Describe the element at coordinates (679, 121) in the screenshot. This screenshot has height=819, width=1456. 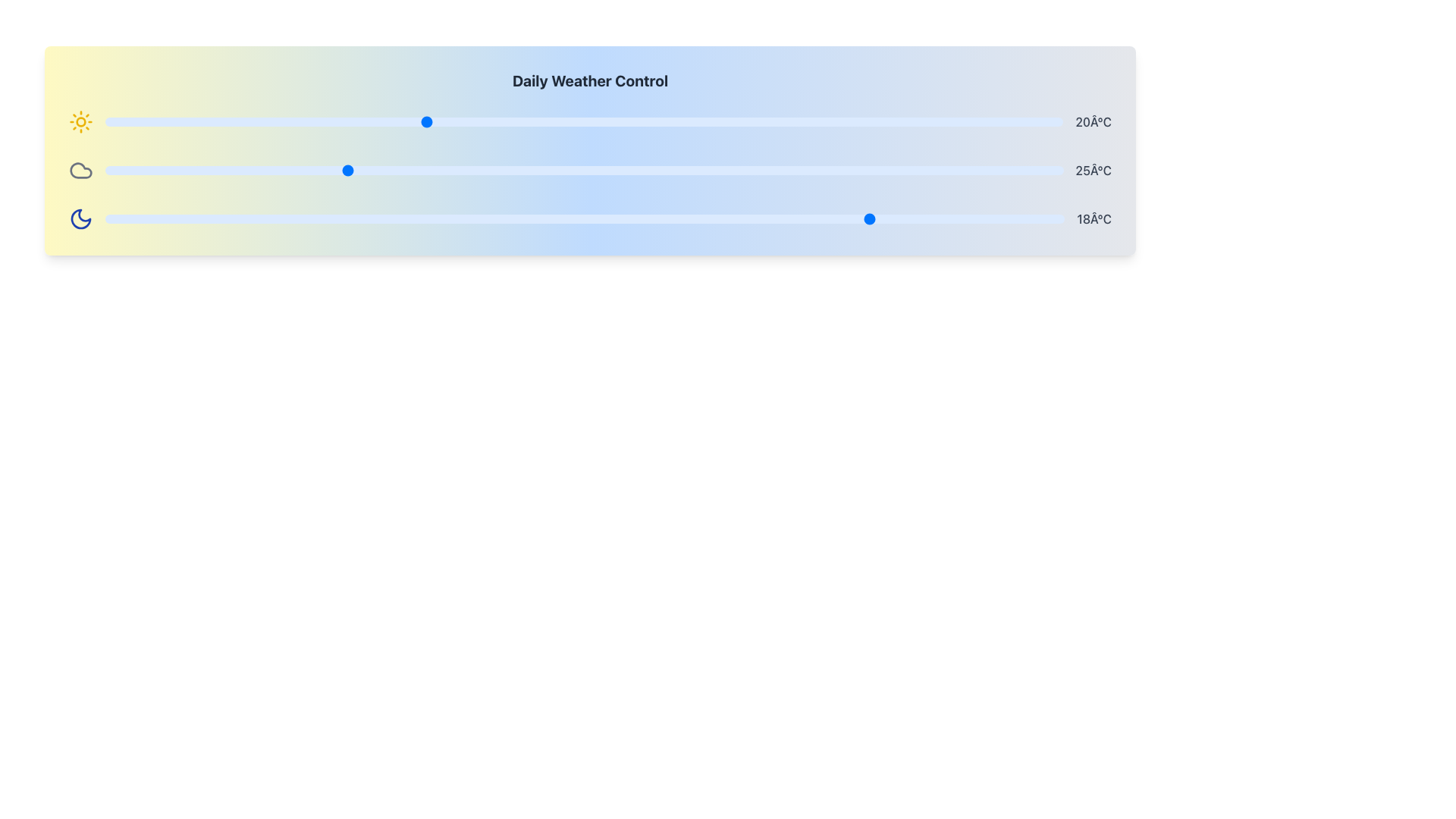
I see `the slider` at that location.